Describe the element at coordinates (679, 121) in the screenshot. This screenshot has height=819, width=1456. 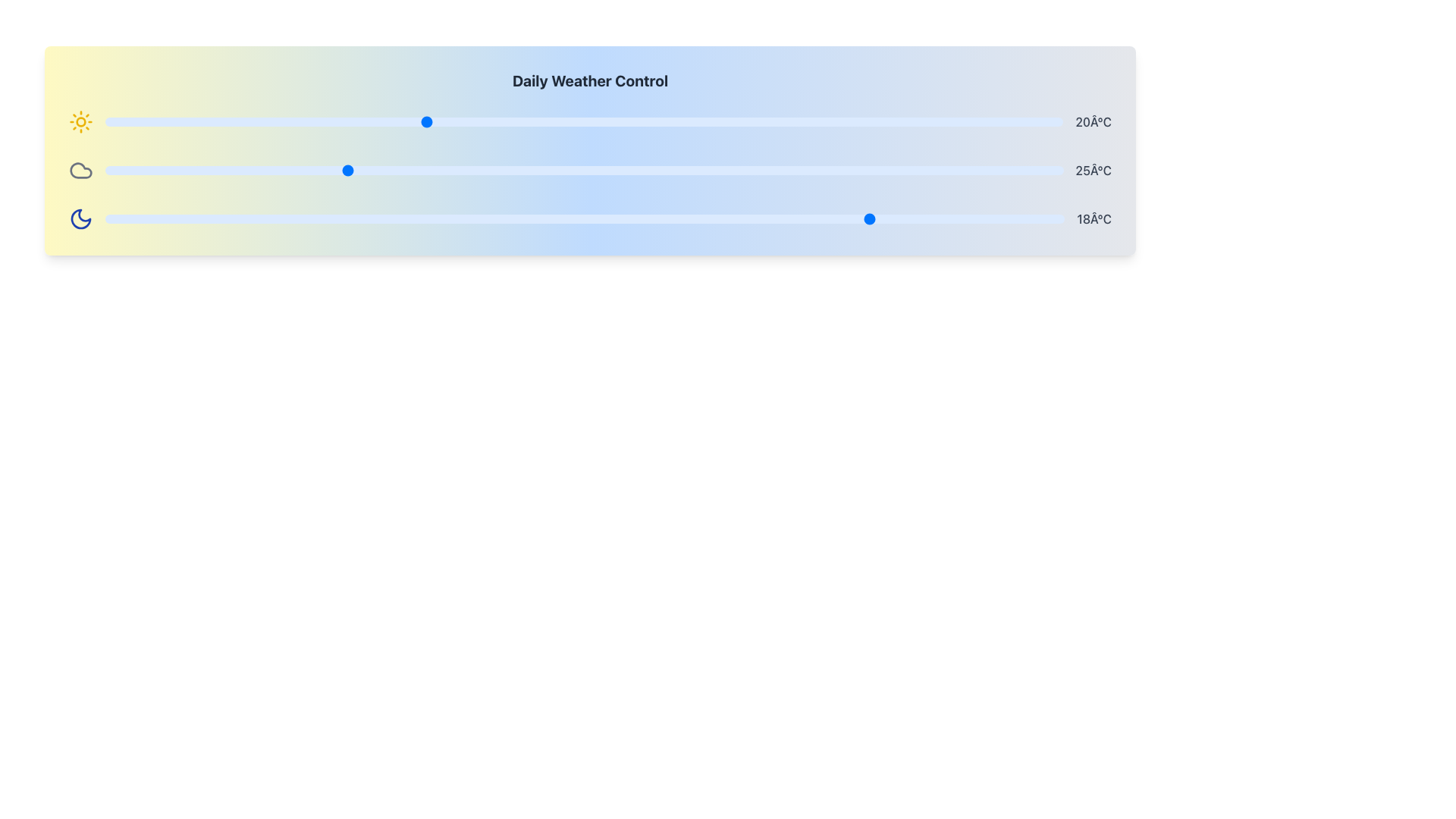
I see `the slider` at that location.